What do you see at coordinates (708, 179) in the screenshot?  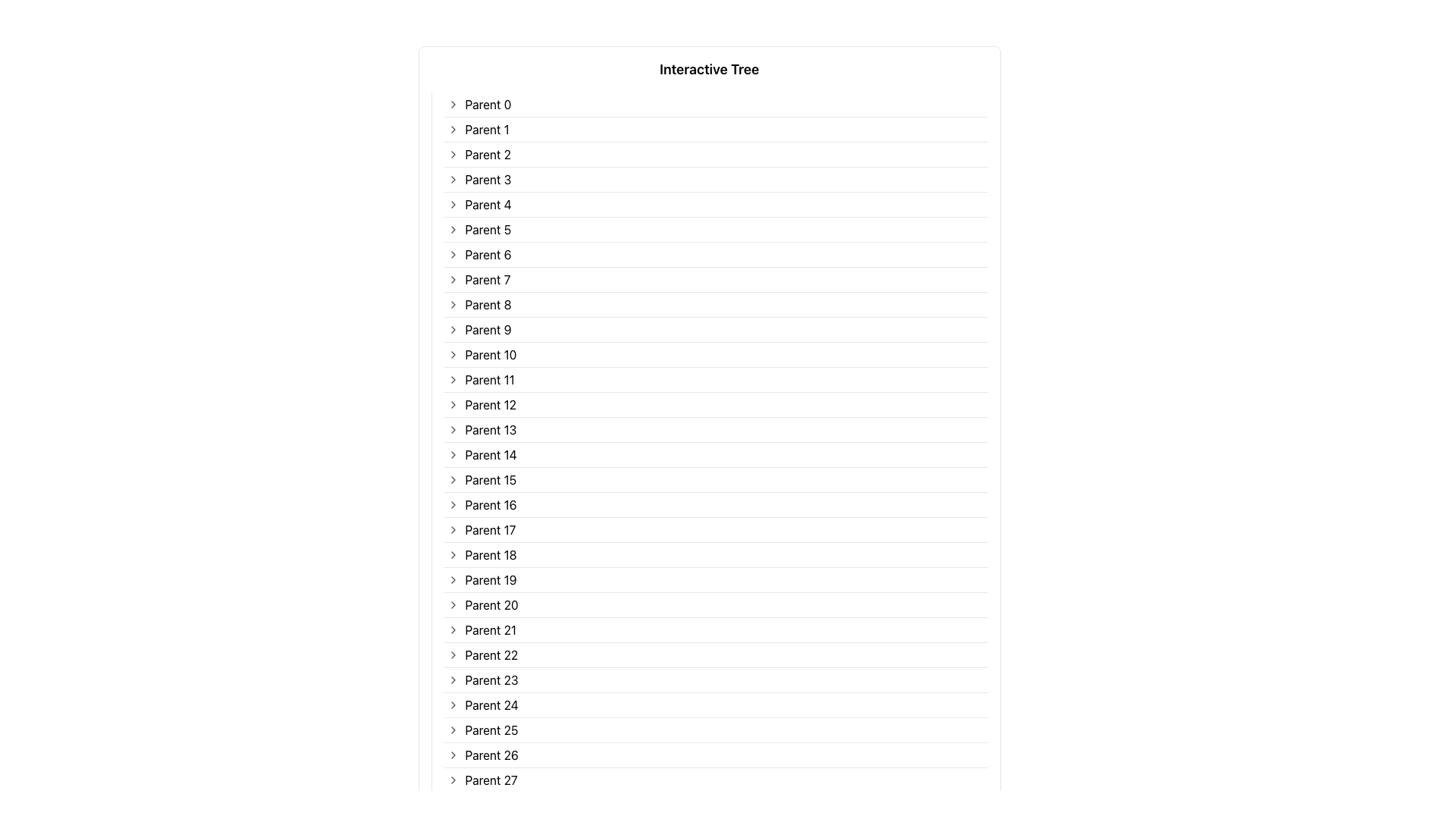 I see `the fourth item in the 'Interactive Tree' list` at bounding box center [708, 179].